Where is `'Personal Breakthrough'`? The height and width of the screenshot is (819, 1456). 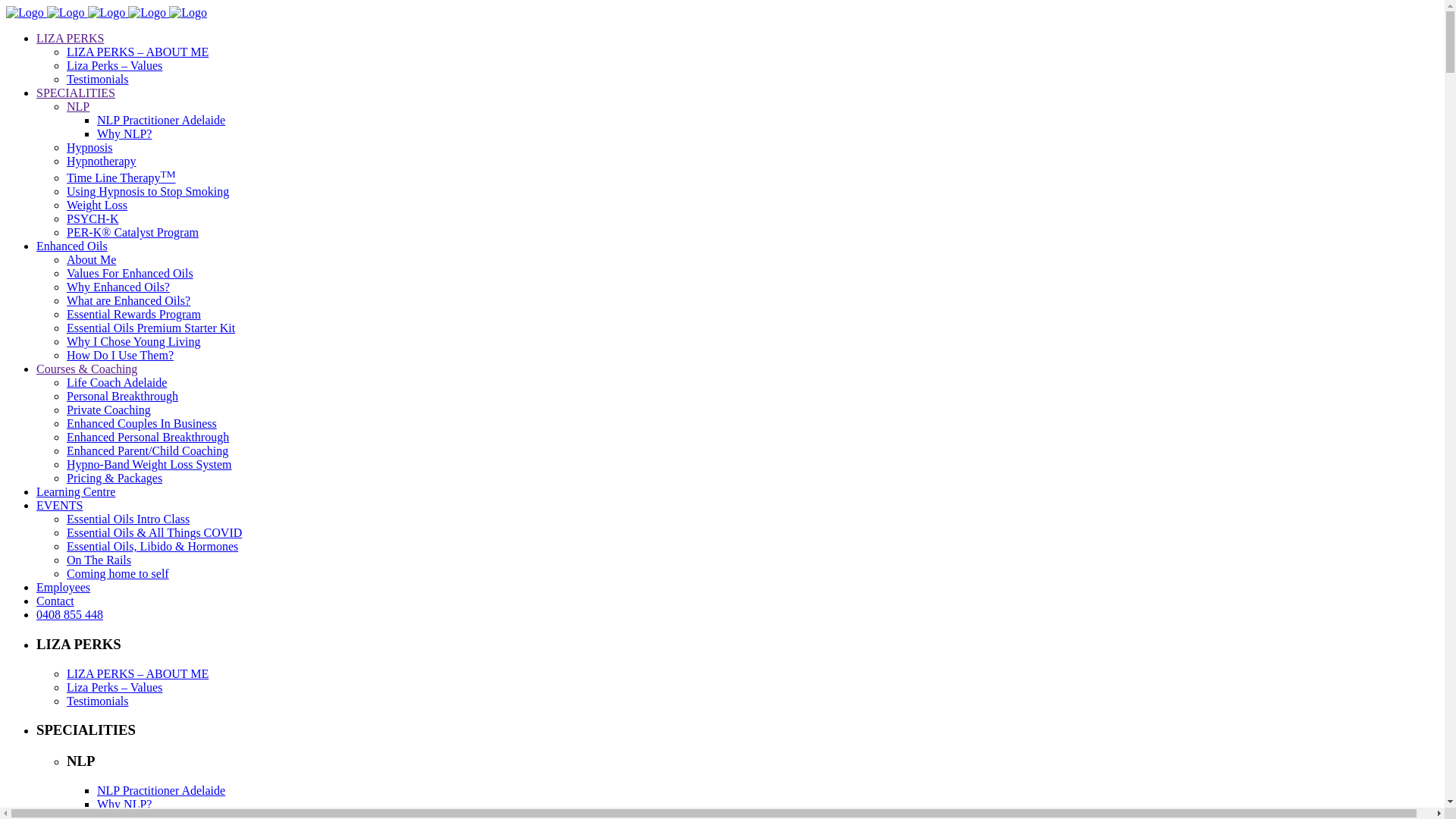
'Personal Breakthrough' is located at coordinates (122, 395).